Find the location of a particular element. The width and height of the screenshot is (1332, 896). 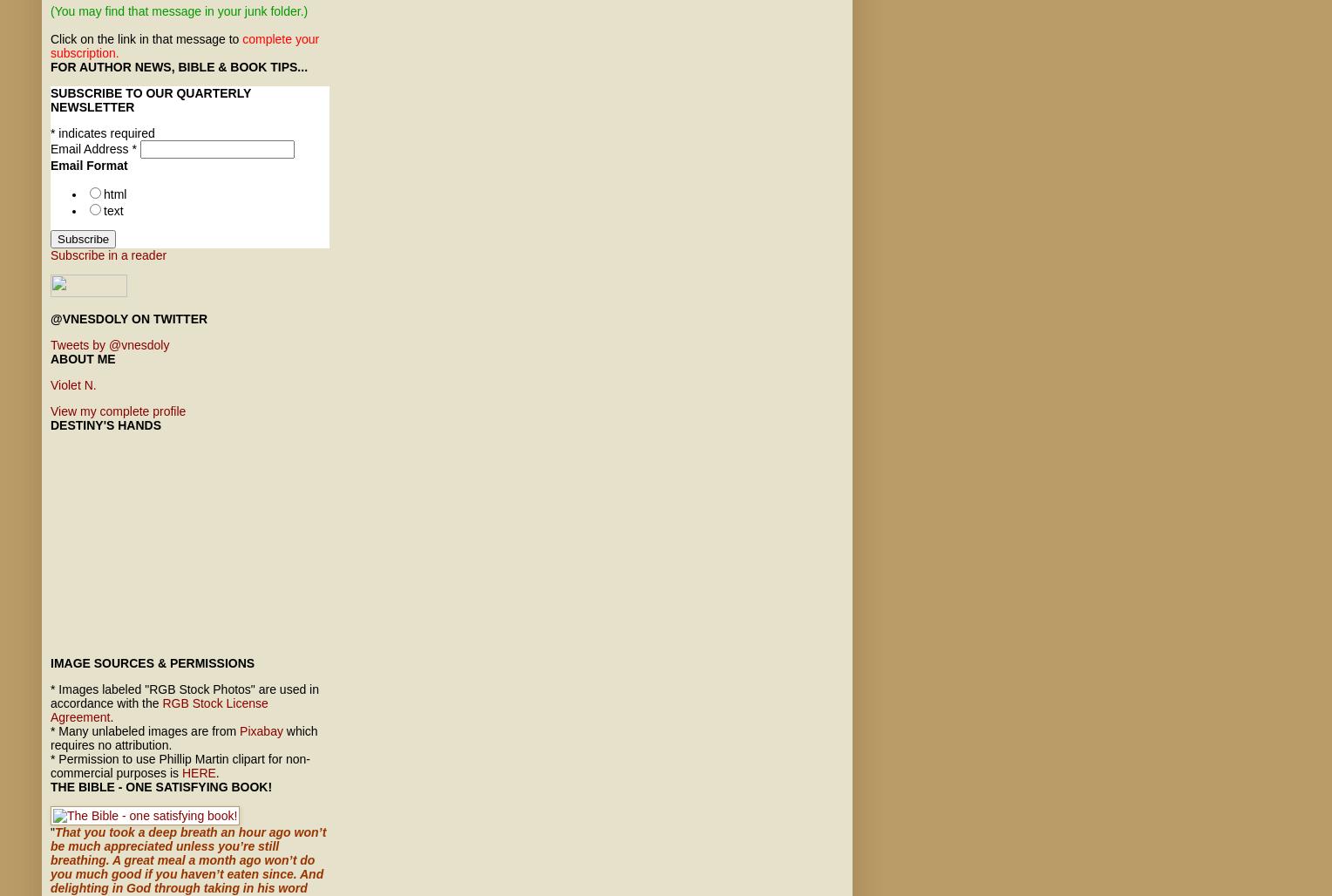

'complete your subscription.' is located at coordinates (51, 46).